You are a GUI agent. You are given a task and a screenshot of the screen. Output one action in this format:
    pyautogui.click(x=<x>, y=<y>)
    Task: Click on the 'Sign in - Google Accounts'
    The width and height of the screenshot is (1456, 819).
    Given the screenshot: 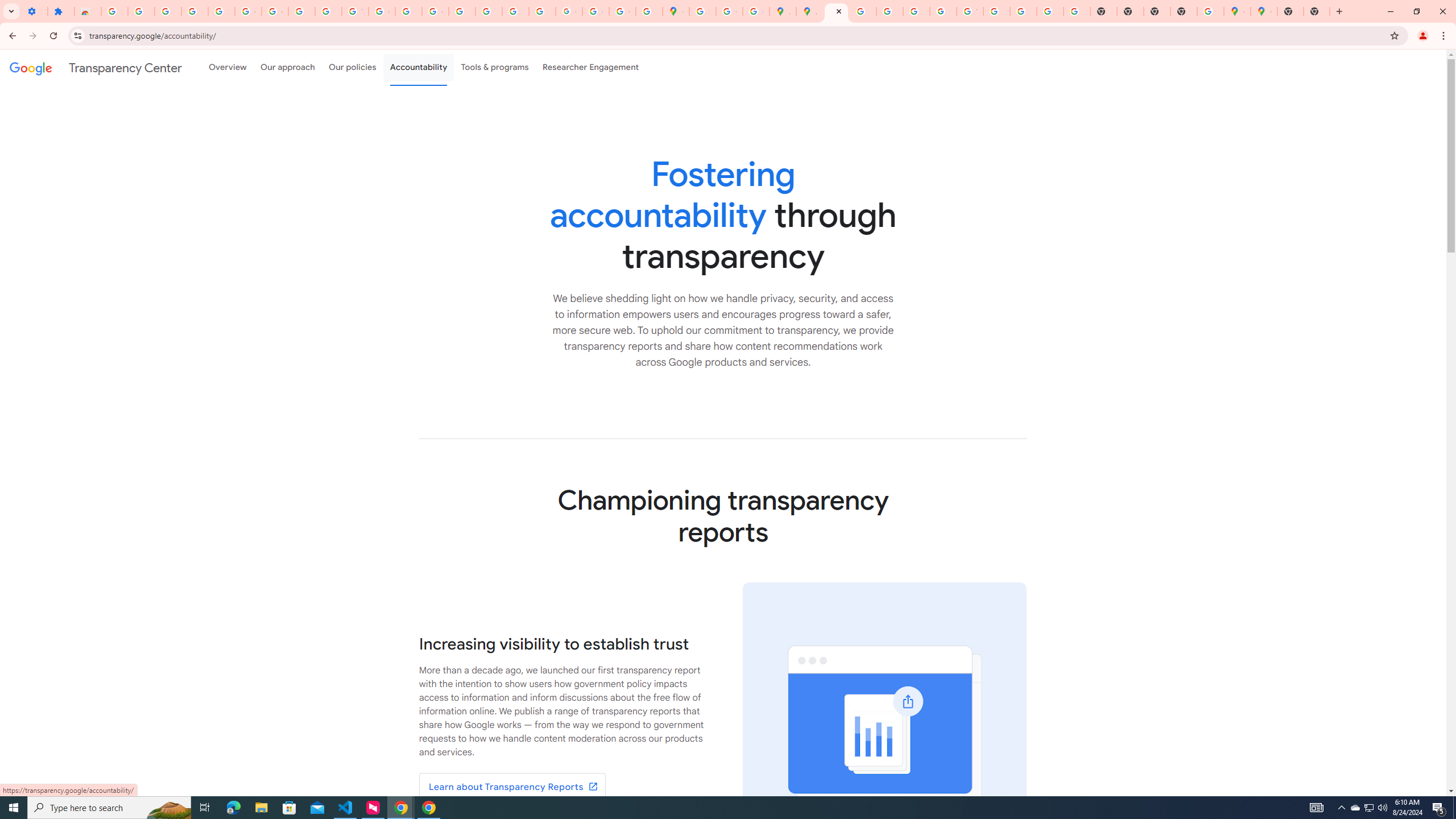 What is the action you would take?
    pyautogui.click(x=221, y=11)
    